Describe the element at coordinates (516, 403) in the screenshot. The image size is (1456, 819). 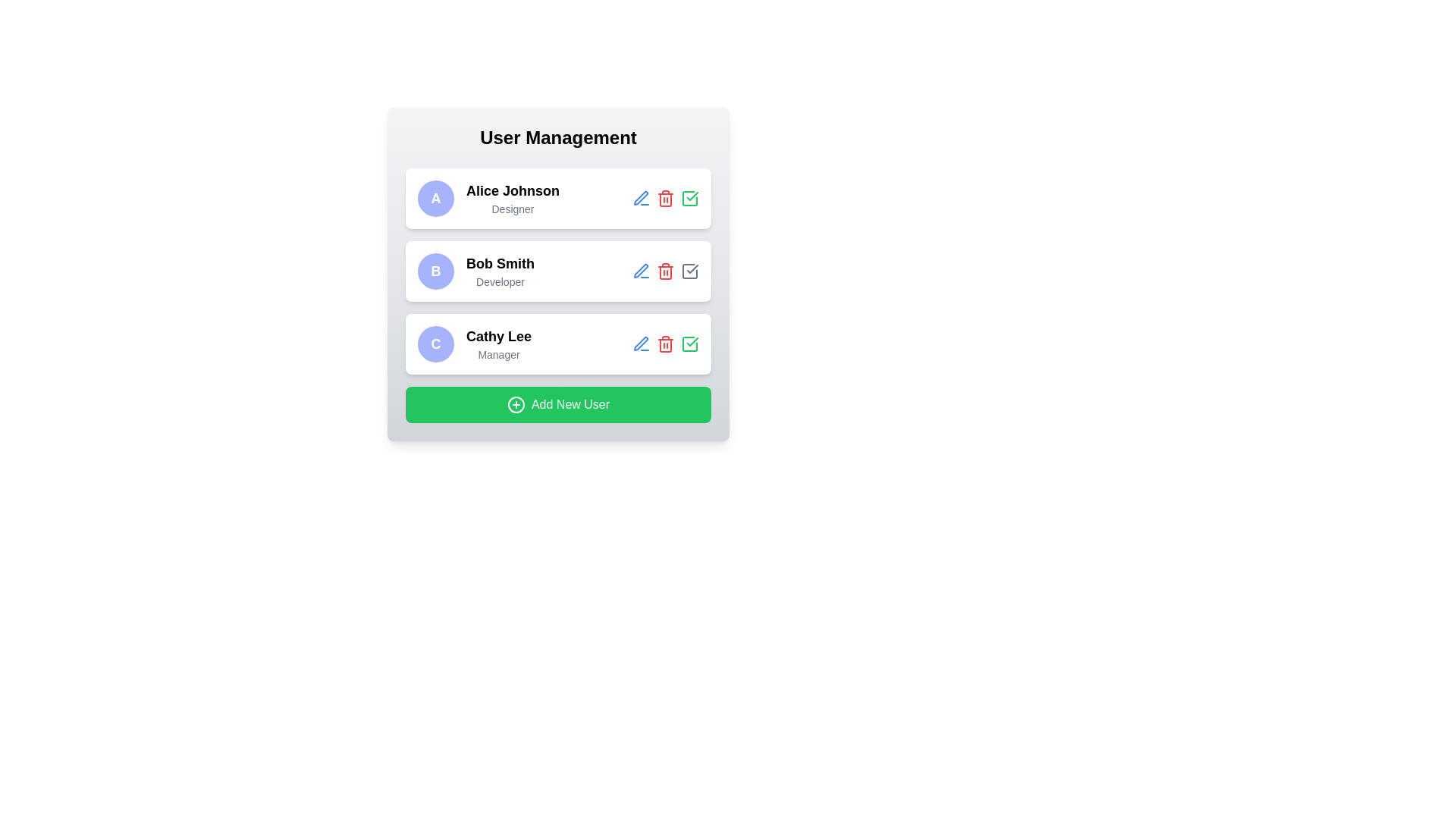
I see `the SVG circle component that is part of the 'Add New User' button, which is visually represented as a 'plus' icon within a green button located at the bottom of the User Management interface` at that location.